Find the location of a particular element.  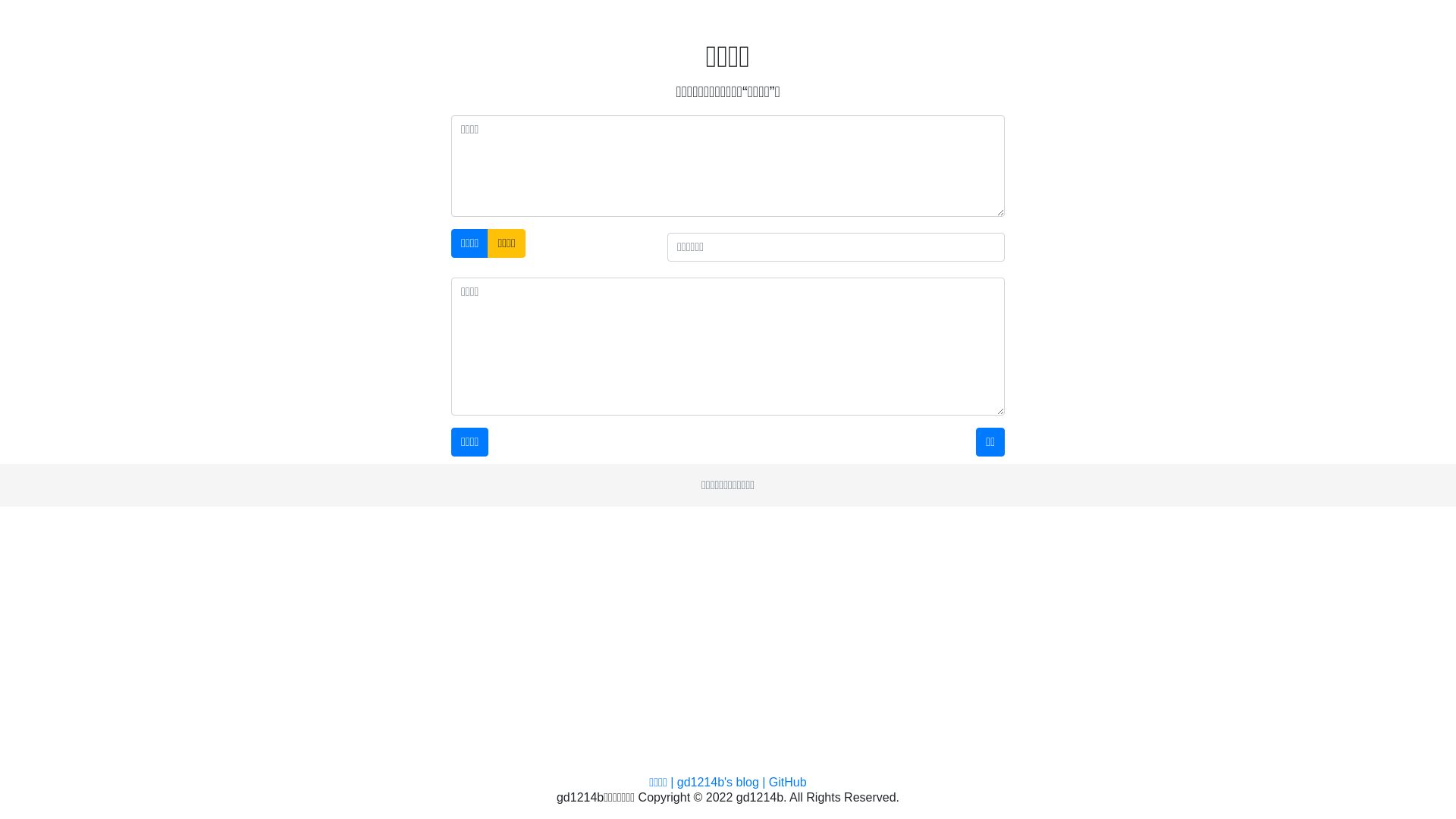

'gd1214b's blog |' is located at coordinates (722, 782).